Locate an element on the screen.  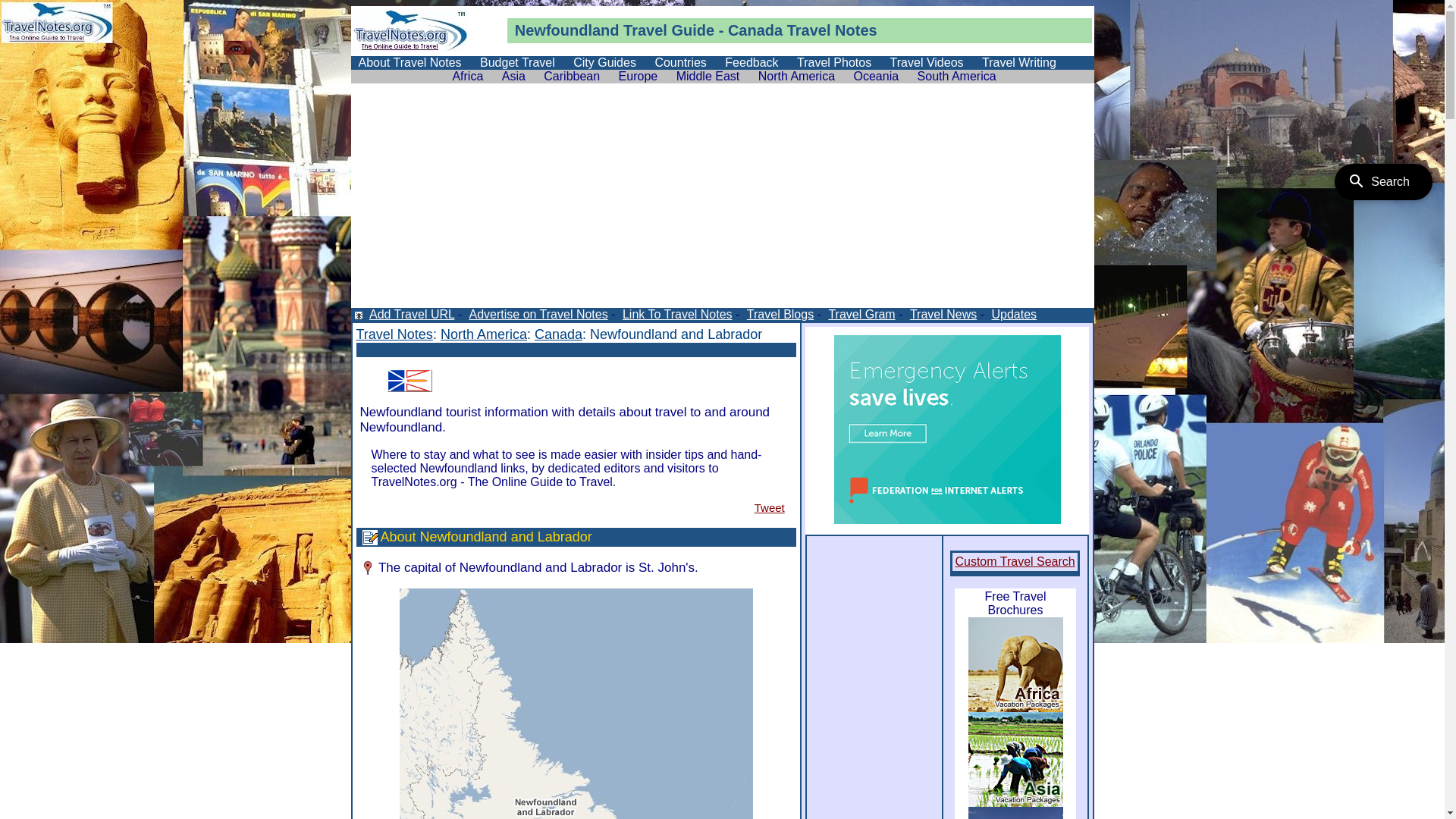
'South America' is located at coordinates (910, 76).